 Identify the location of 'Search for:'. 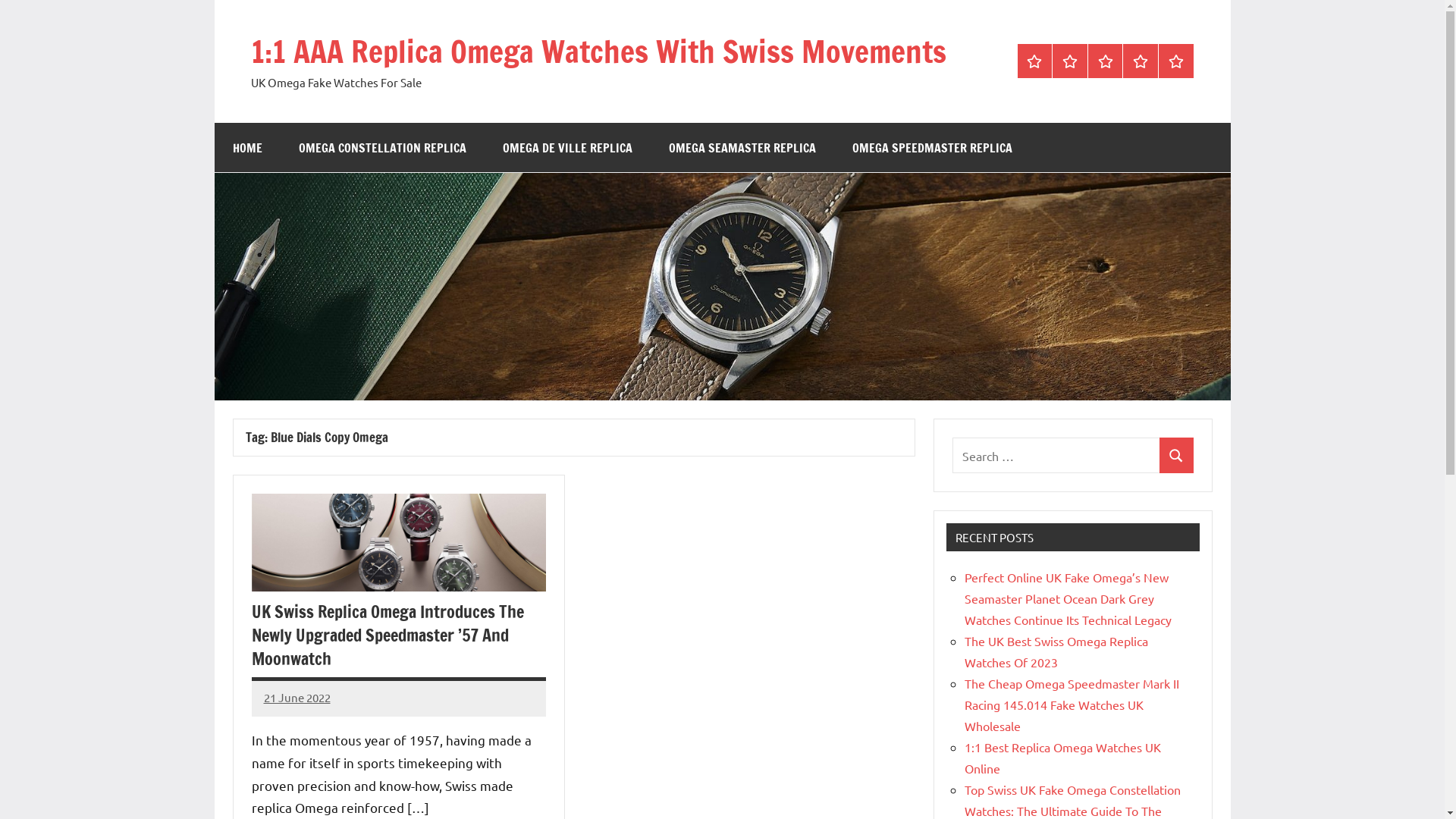
(952, 454).